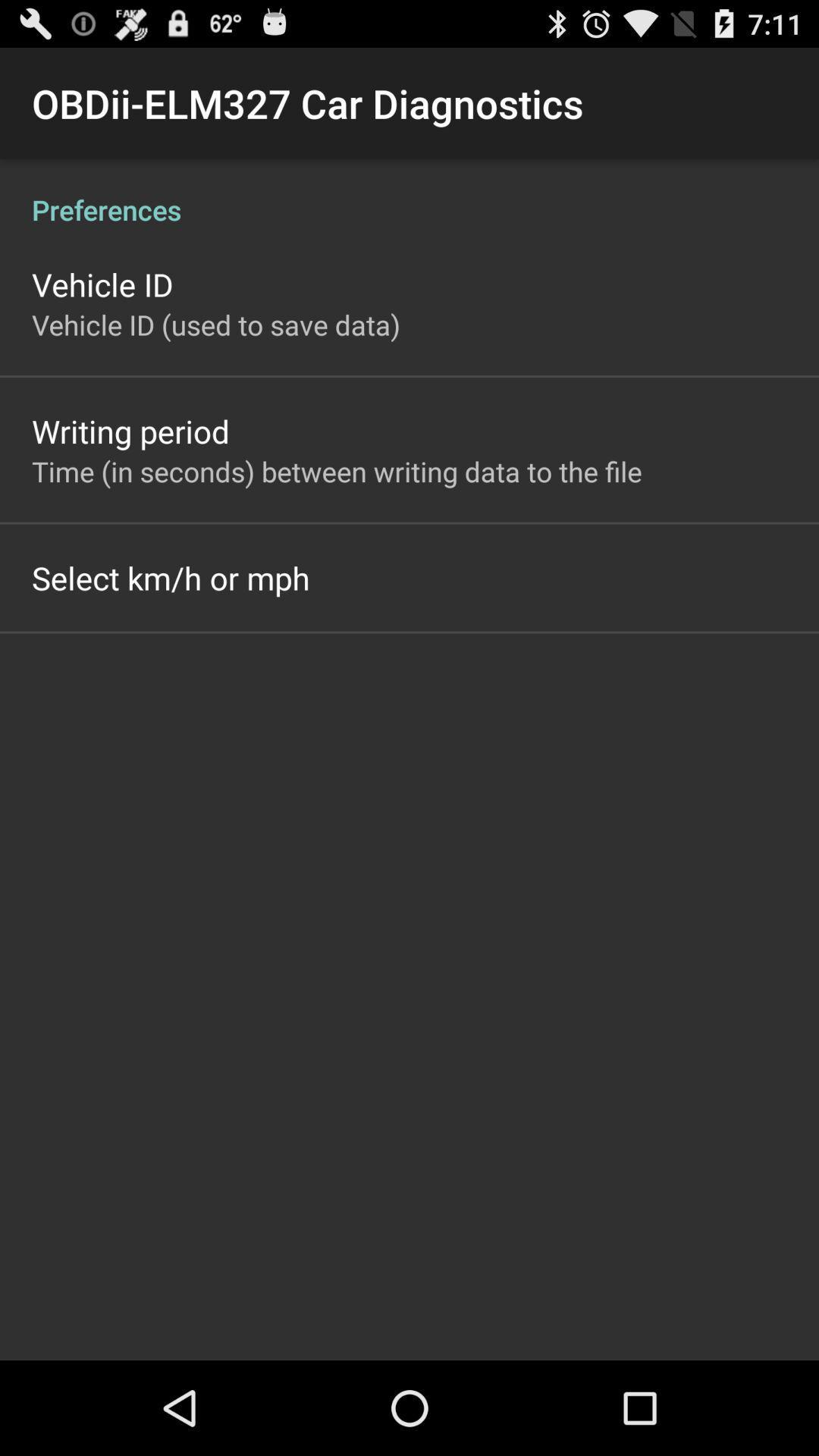 The image size is (819, 1456). I want to click on the icon below the obdii elm327 car icon, so click(409, 193).